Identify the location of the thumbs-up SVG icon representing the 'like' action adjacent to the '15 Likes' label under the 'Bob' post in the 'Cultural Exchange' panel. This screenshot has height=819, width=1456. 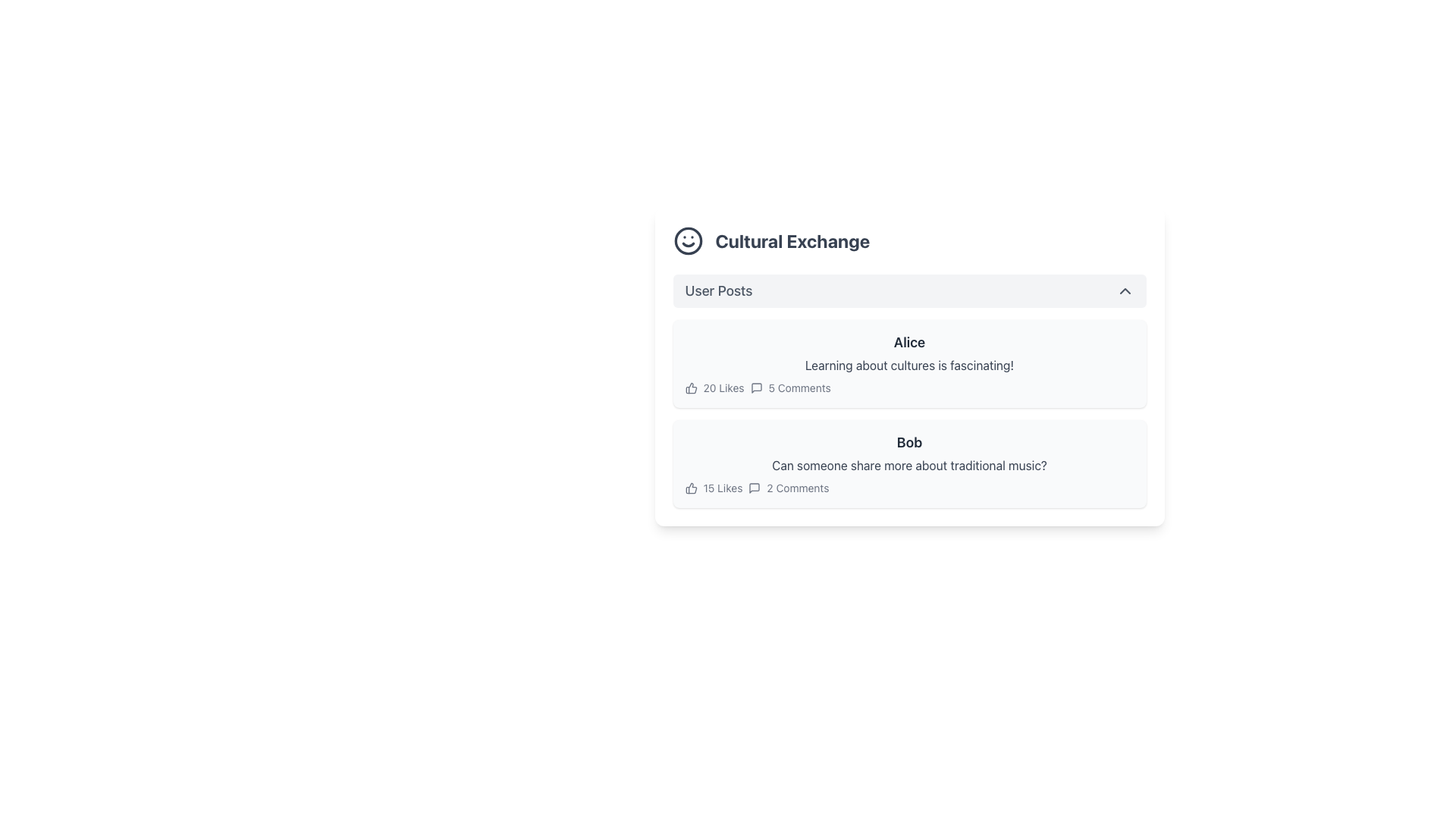
(690, 488).